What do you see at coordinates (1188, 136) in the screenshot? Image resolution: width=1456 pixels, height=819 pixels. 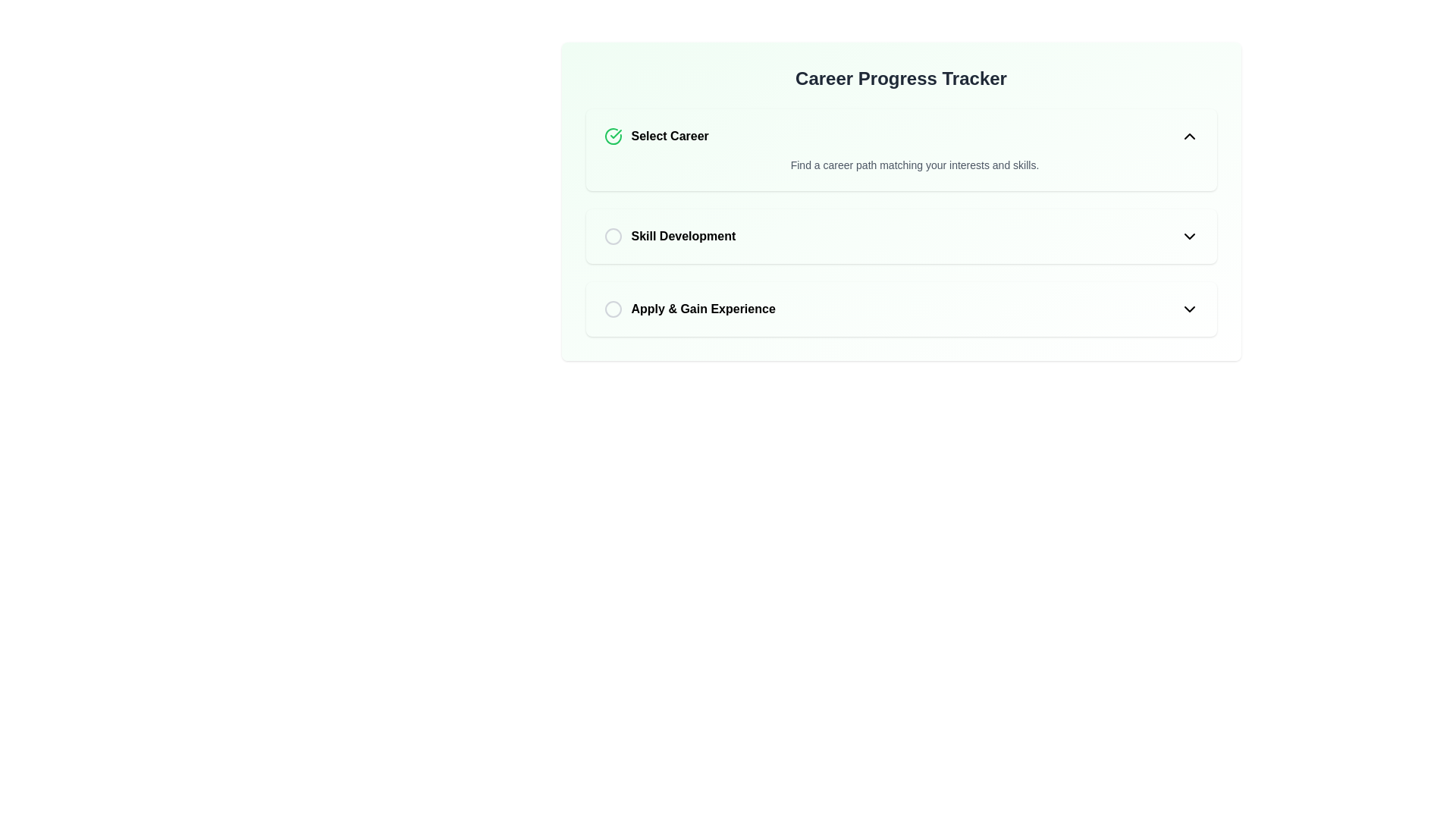 I see `the icon located at the far right of the 'Select Career' section header` at bounding box center [1188, 136].